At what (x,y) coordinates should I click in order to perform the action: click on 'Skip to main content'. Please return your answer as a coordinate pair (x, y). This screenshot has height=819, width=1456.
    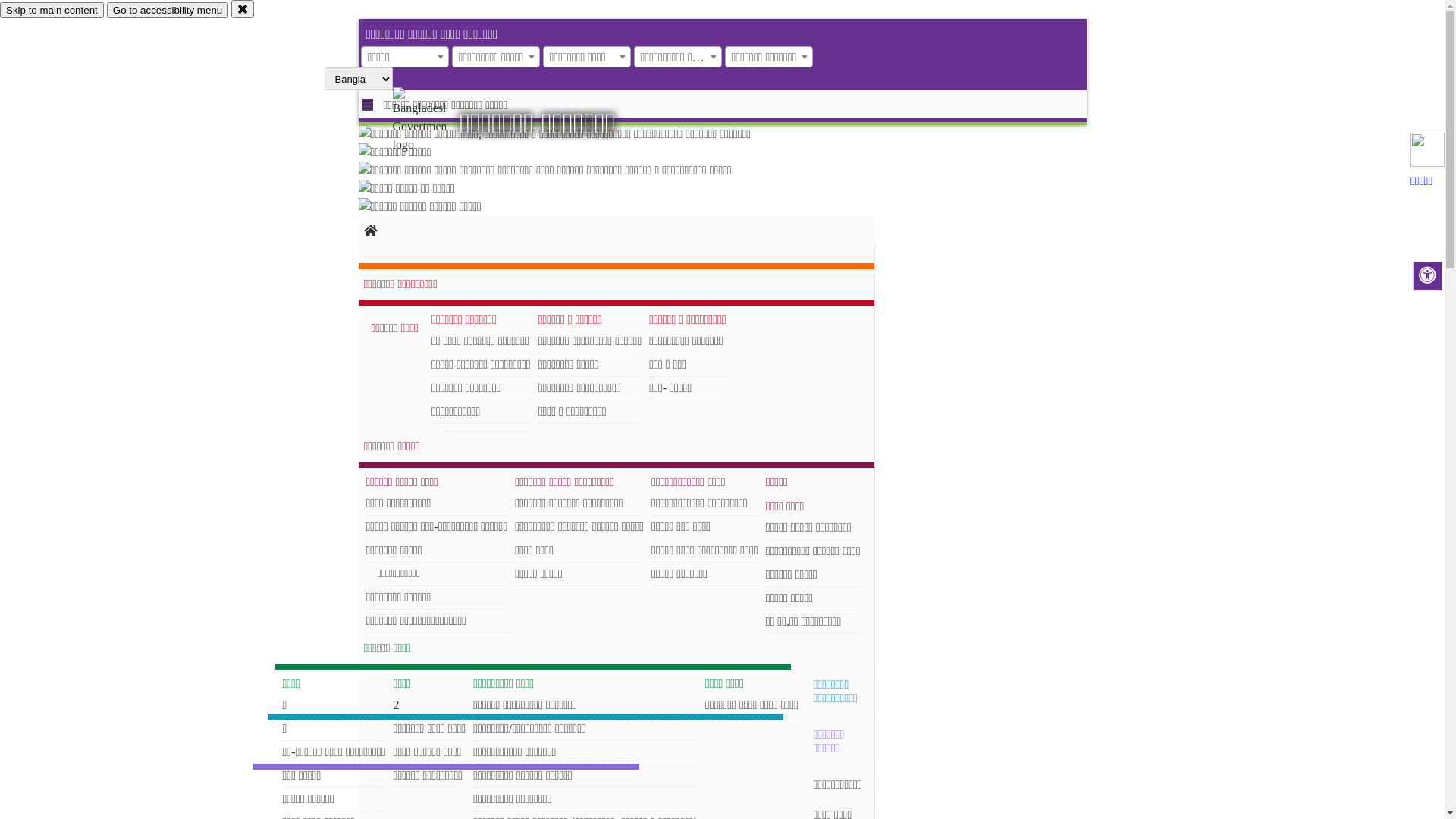
    Looking at the image, I should click on (52, 10).